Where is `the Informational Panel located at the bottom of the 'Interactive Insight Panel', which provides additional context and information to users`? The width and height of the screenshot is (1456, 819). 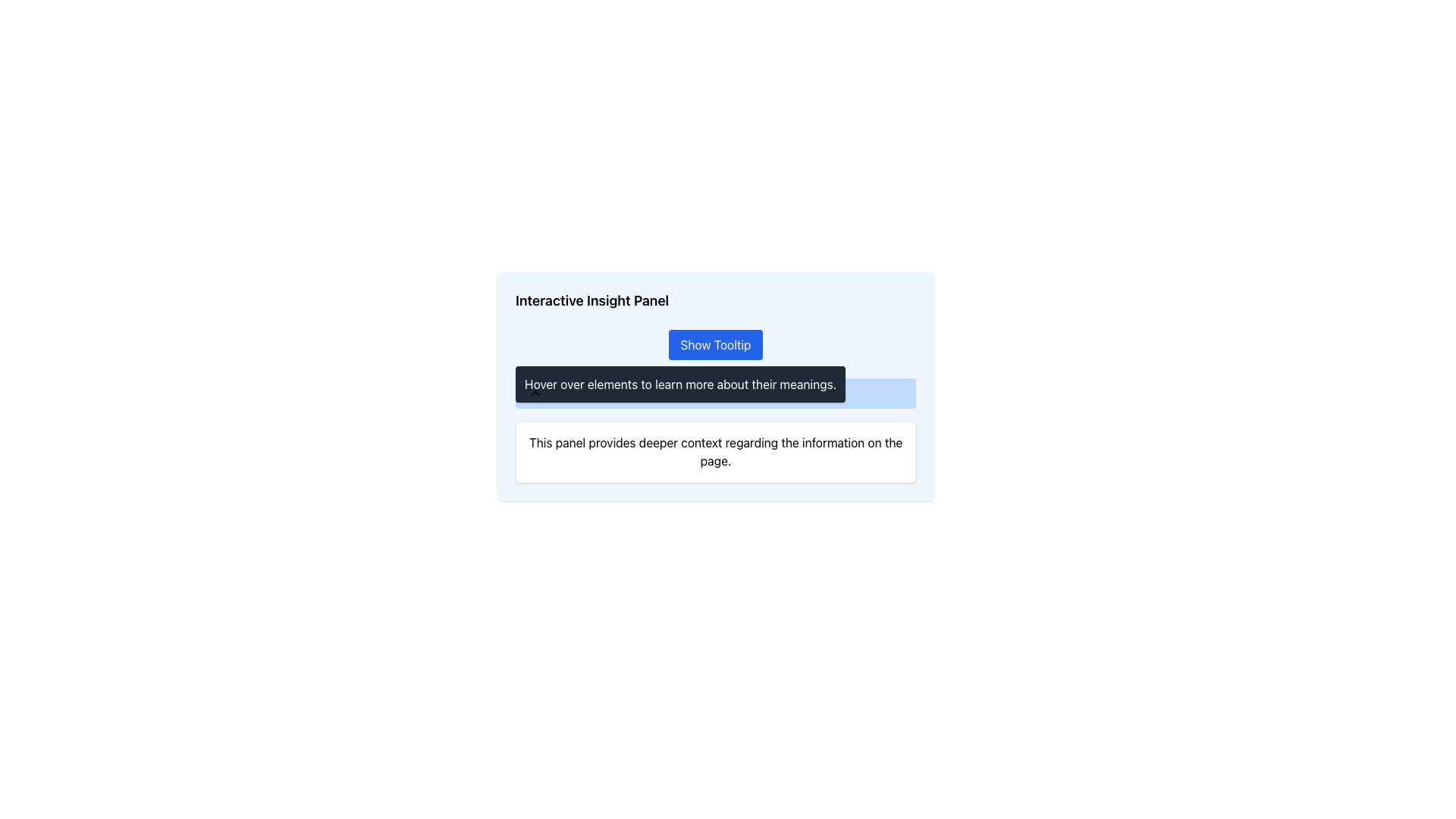
the Informational Panel located at the bottom of the 'Interactive Insight Panel', which provides additional context and information to users is located at coordinates (715, 430).